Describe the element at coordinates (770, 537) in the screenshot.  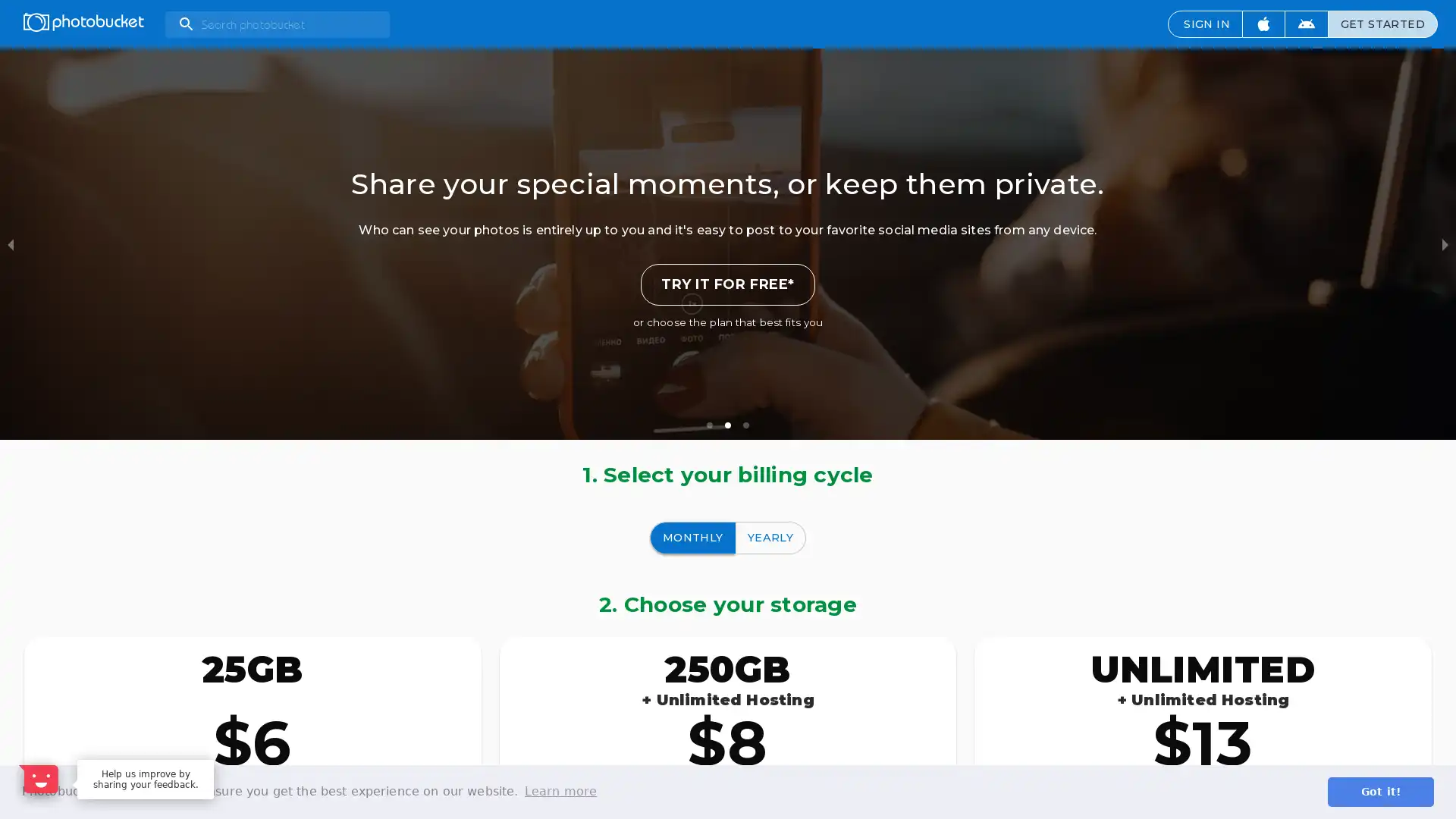
I see `YEARLY` at that location.